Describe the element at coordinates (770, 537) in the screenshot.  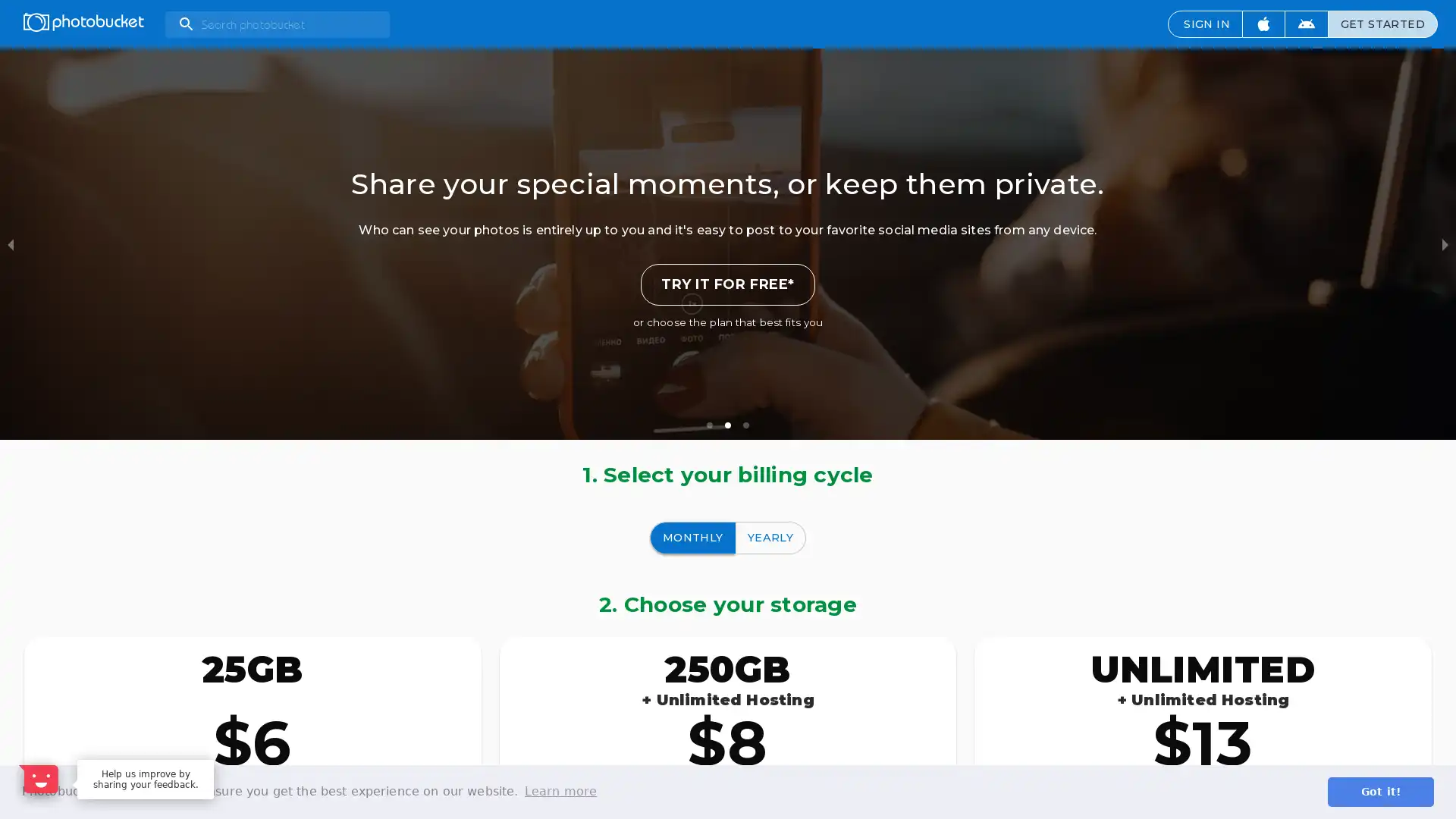
I see `YEARLY` at that location.